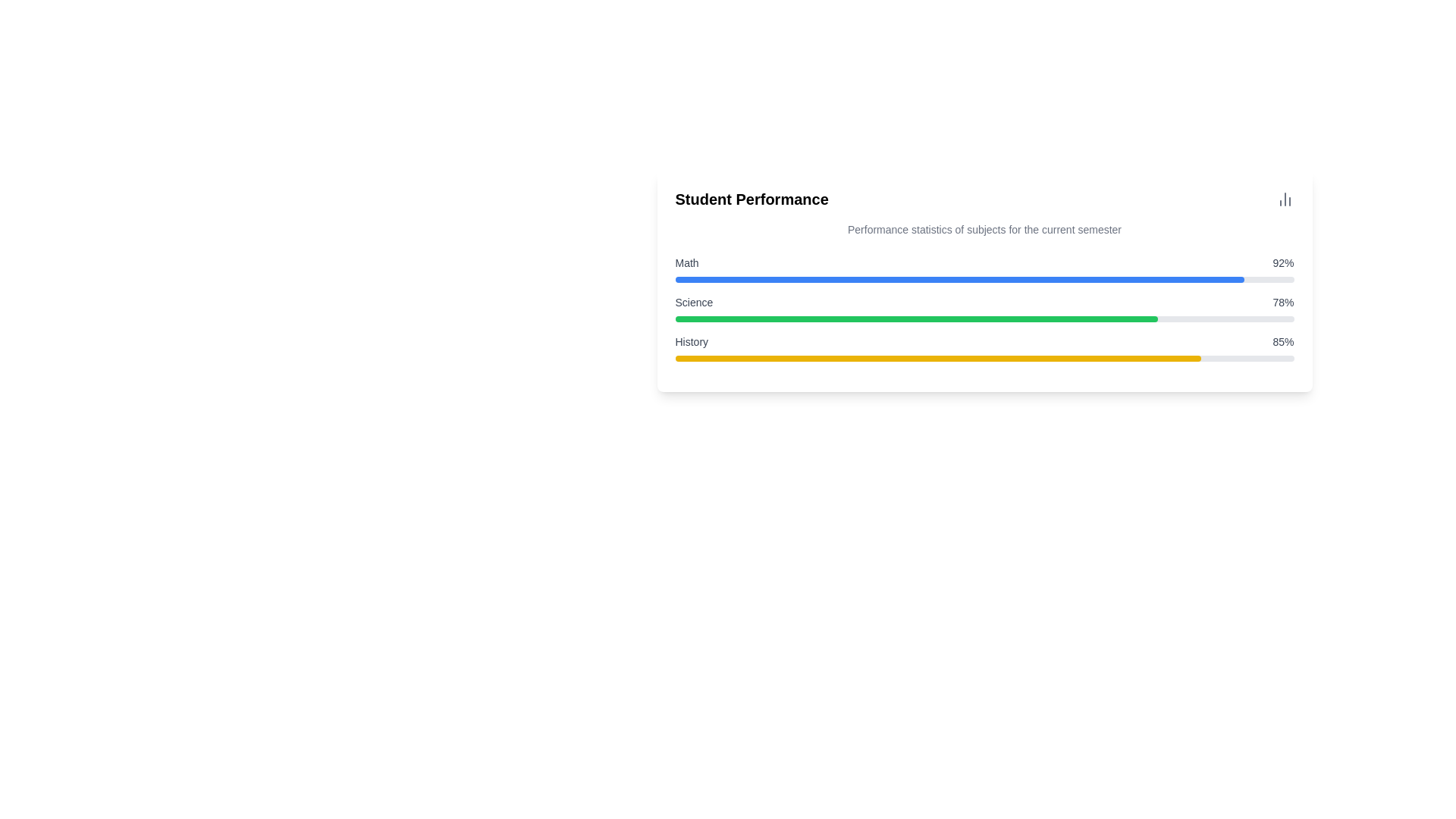  What do you see at coordinates (984, 308) in the screenshot?
I see `the Performance metric component displaying 'Science' with a progress bar filled to 78%` at bounding box center [984, 308].